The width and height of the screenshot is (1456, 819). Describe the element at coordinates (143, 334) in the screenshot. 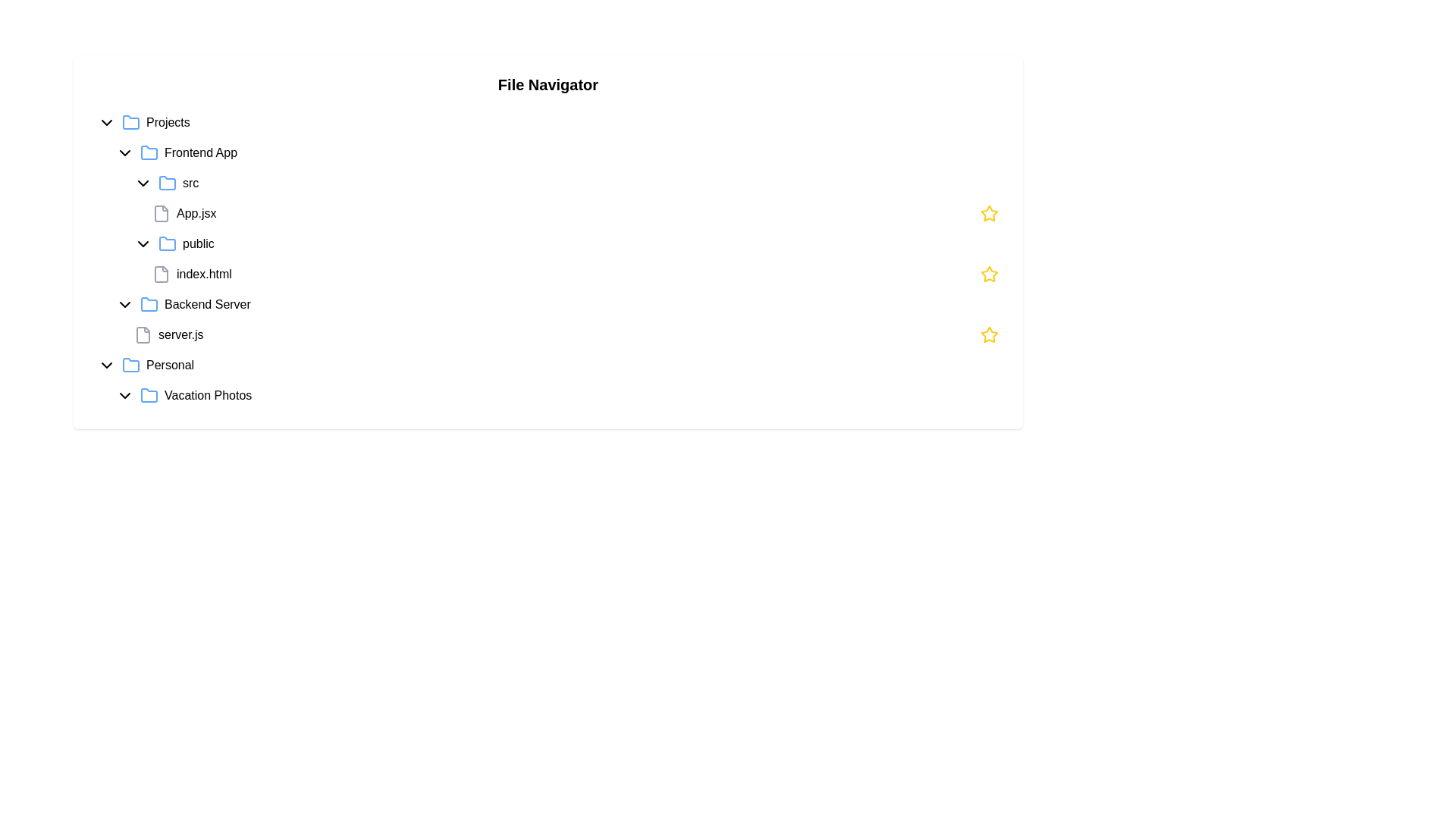

I see `the document file icon located in the 'Backend Server' folder, which is visually represented with sharp rectangular edges, positioned directly to the left of the 'server.js' file text` at that location.